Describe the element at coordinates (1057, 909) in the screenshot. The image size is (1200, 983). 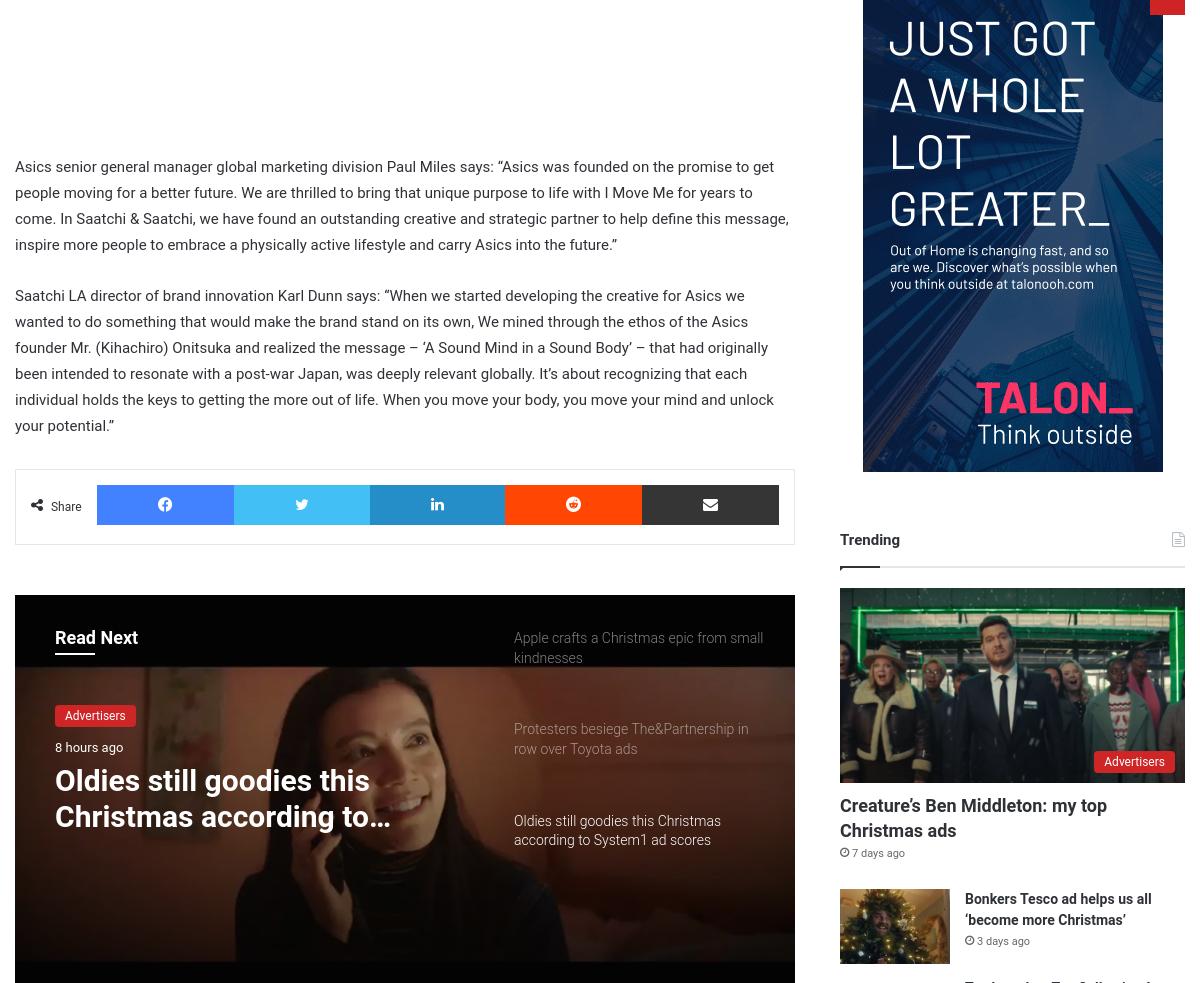
I see `'Bonkers Tesco ad helps us all ‘become more Christmas’'` at that location.